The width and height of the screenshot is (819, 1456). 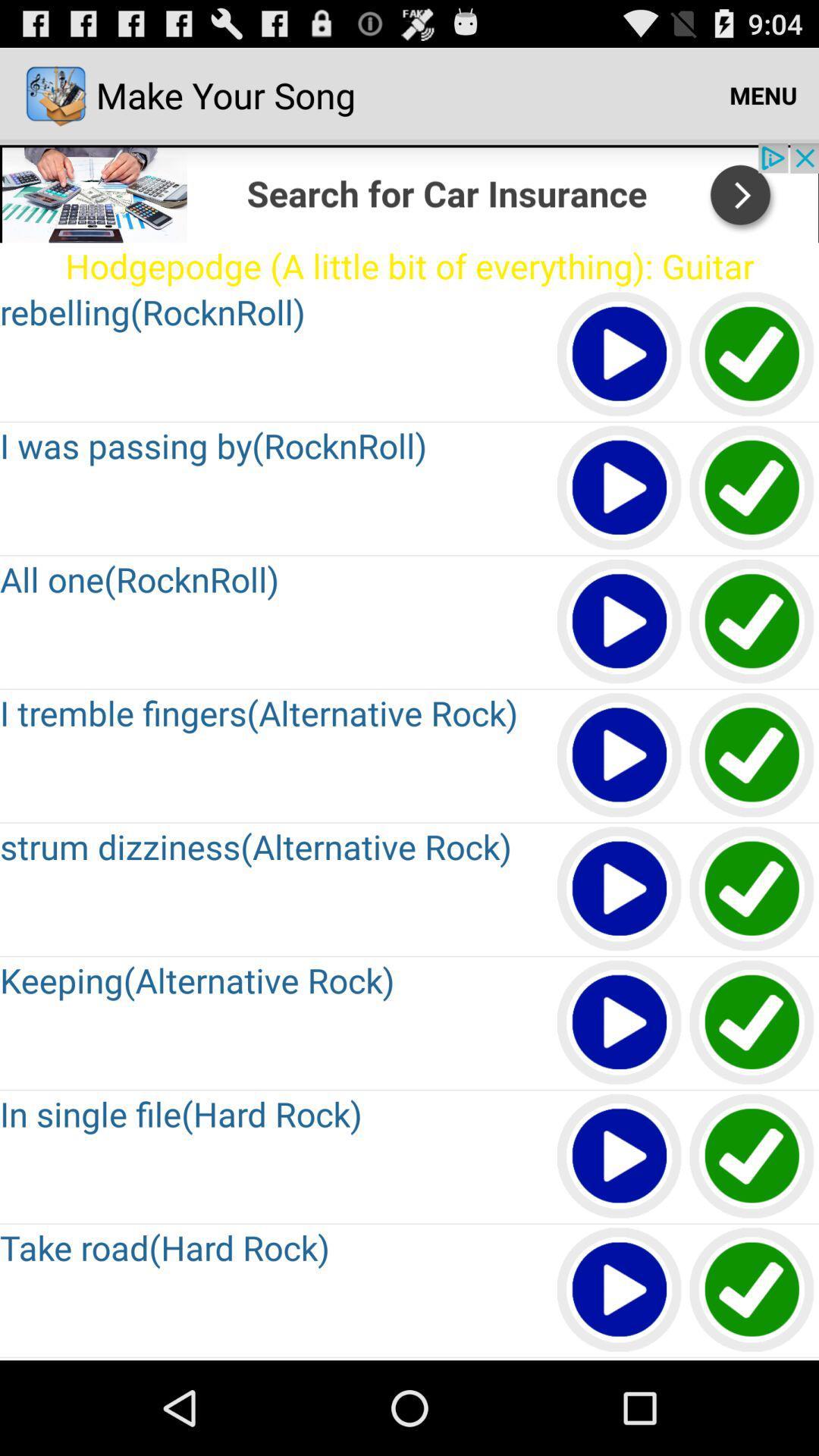 What do you see at coordinates (752, 1156) in the screenshot?
I see `save your song` at bounding box center [752, 1156].